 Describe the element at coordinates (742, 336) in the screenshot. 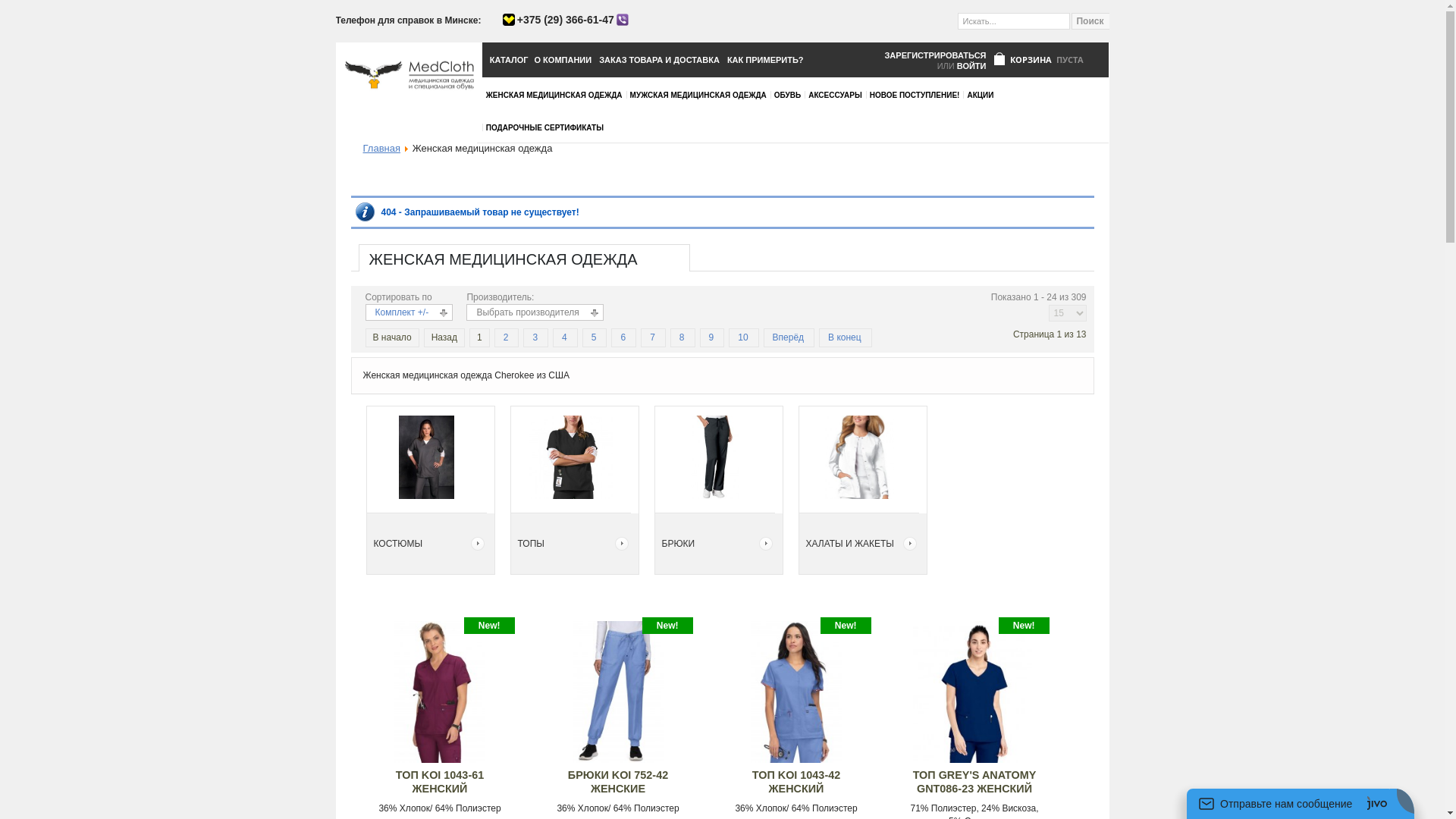

I see `'10'` at that location.